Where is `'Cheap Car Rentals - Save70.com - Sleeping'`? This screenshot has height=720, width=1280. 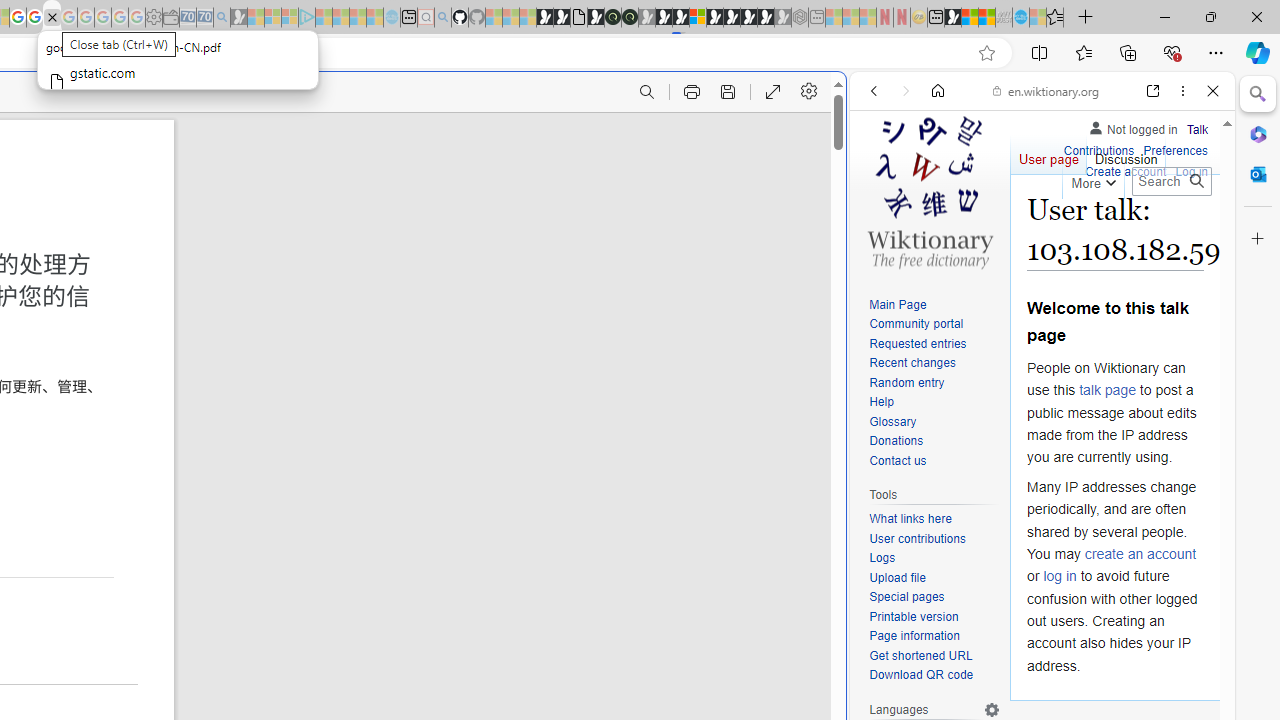 'Cheap Car Rentals - Save70.com - Sleeping' is located at coordinates (204, 17).